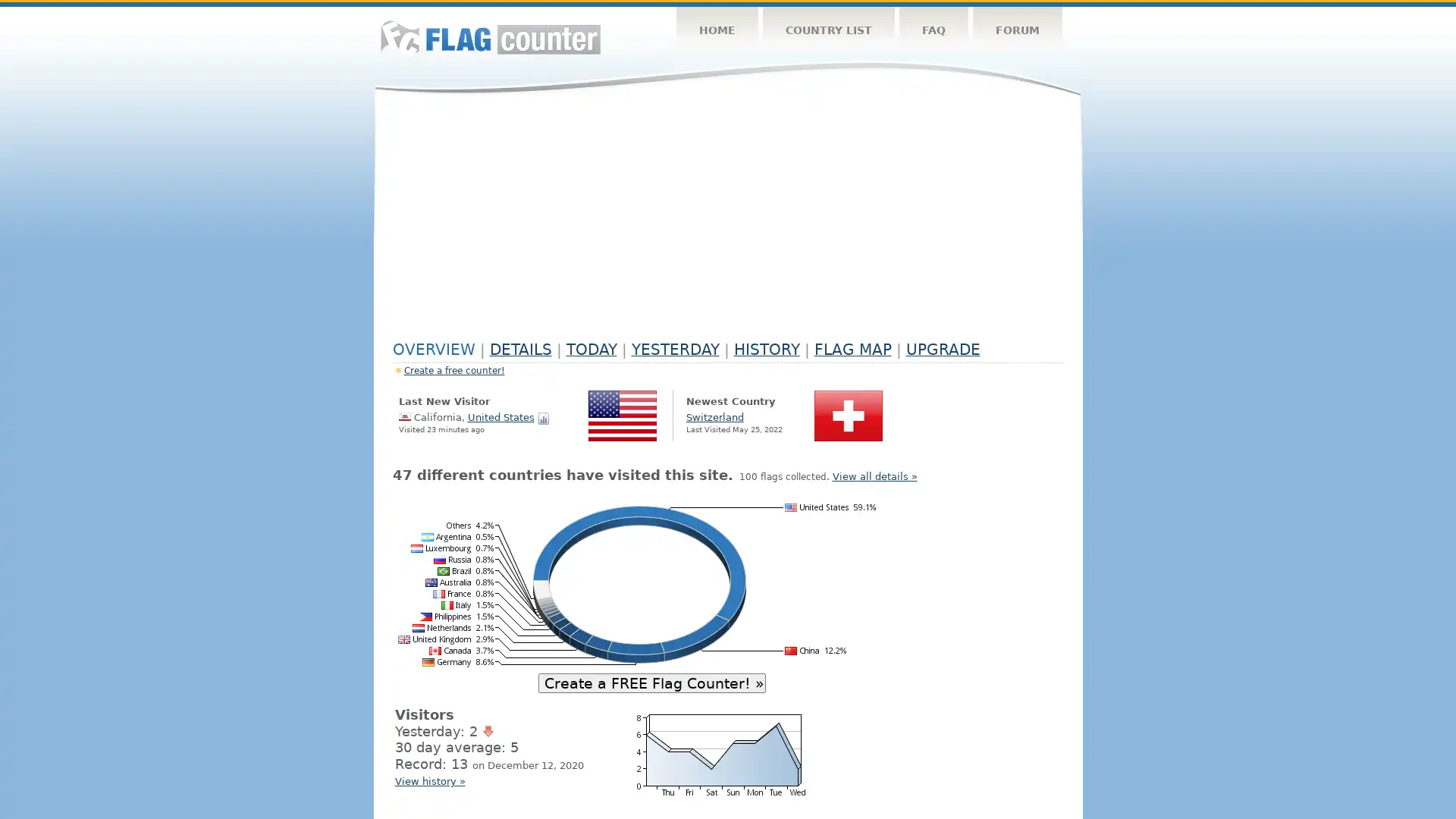  What do you see at coordinates (651, 681) in the screenshot?
I see `Create a FREE Flag Counter!` at bounding box center [651, 681].